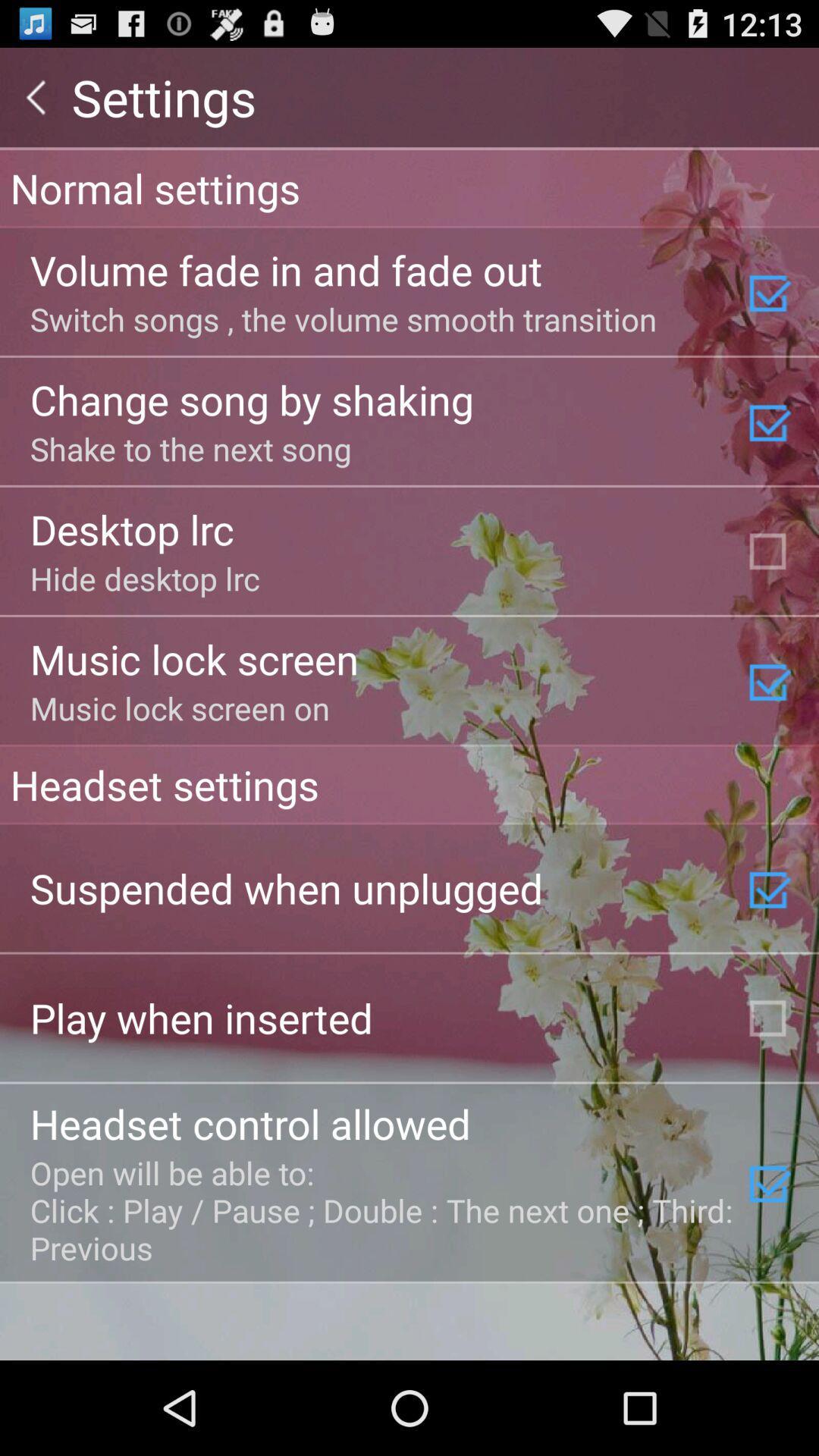 This screenshot has height=1456, width=819. What do you see at coordinates (343, 318) in the screenshot?
I see `the switch songs the item` at bounding box center [343, 318].